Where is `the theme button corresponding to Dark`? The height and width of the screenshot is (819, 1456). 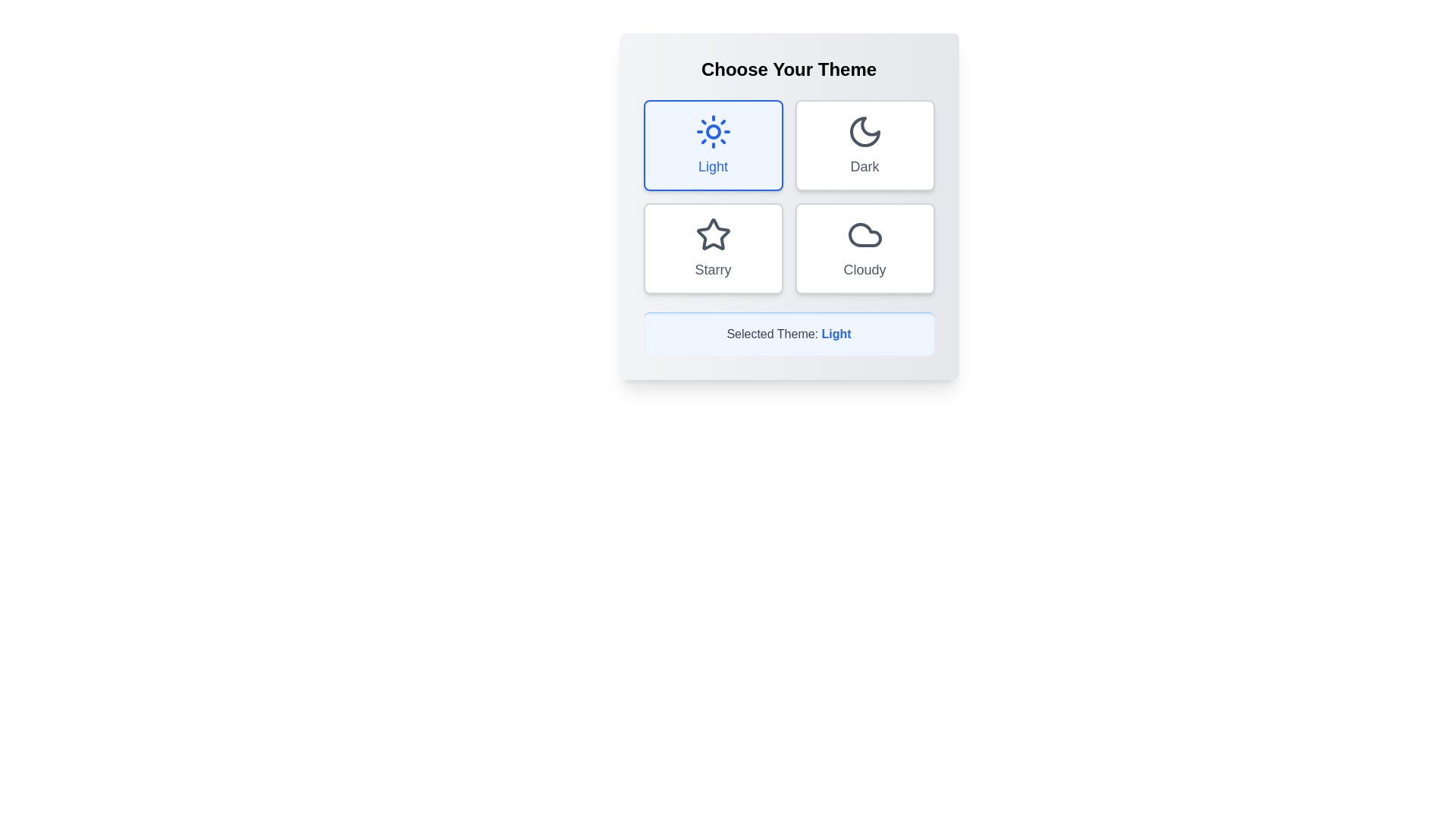
the theme button corresponding to Dark is located at coordinates (864, 146).